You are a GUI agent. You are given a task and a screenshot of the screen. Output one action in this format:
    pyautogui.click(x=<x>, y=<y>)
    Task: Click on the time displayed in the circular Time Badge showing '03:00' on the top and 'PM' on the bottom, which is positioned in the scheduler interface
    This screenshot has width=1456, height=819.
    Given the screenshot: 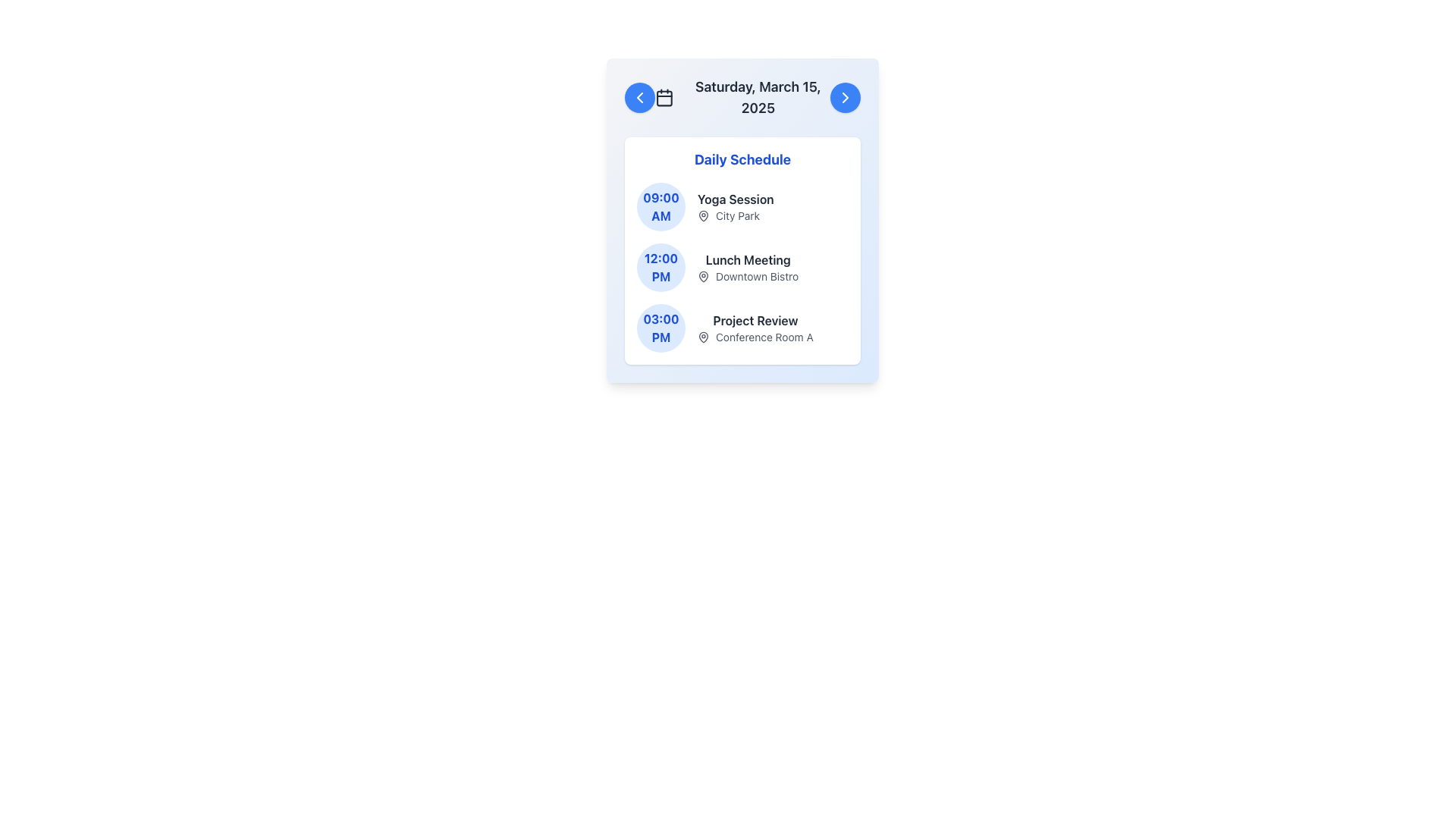 What is the action you would take?
    pyautogui.click(x=661, y=327)
    